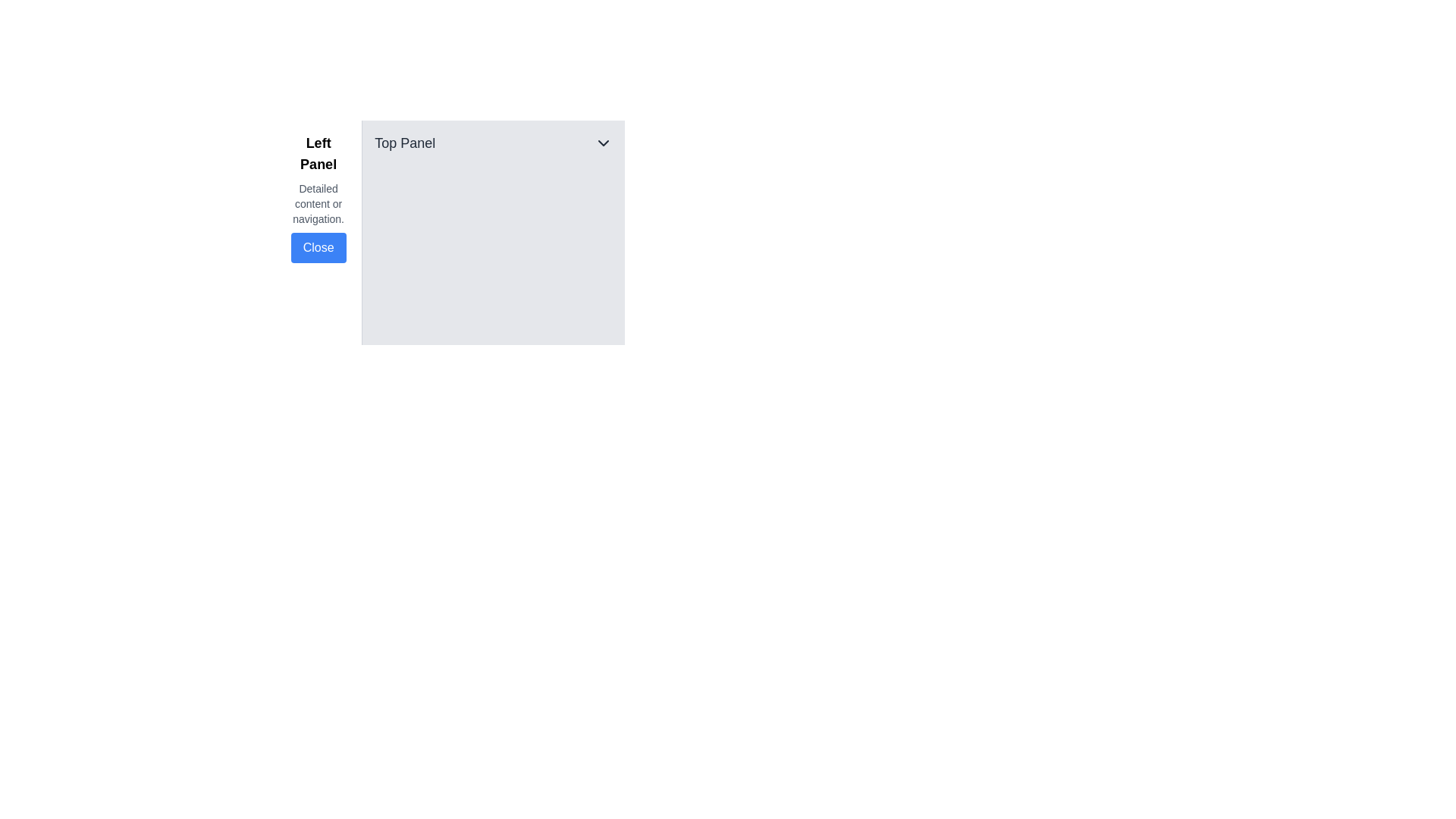 The image size is (1456, 819). I want to click on the Dropdown toggle located in the upper-right corner of the 'Top Panel', so click(603, 143).